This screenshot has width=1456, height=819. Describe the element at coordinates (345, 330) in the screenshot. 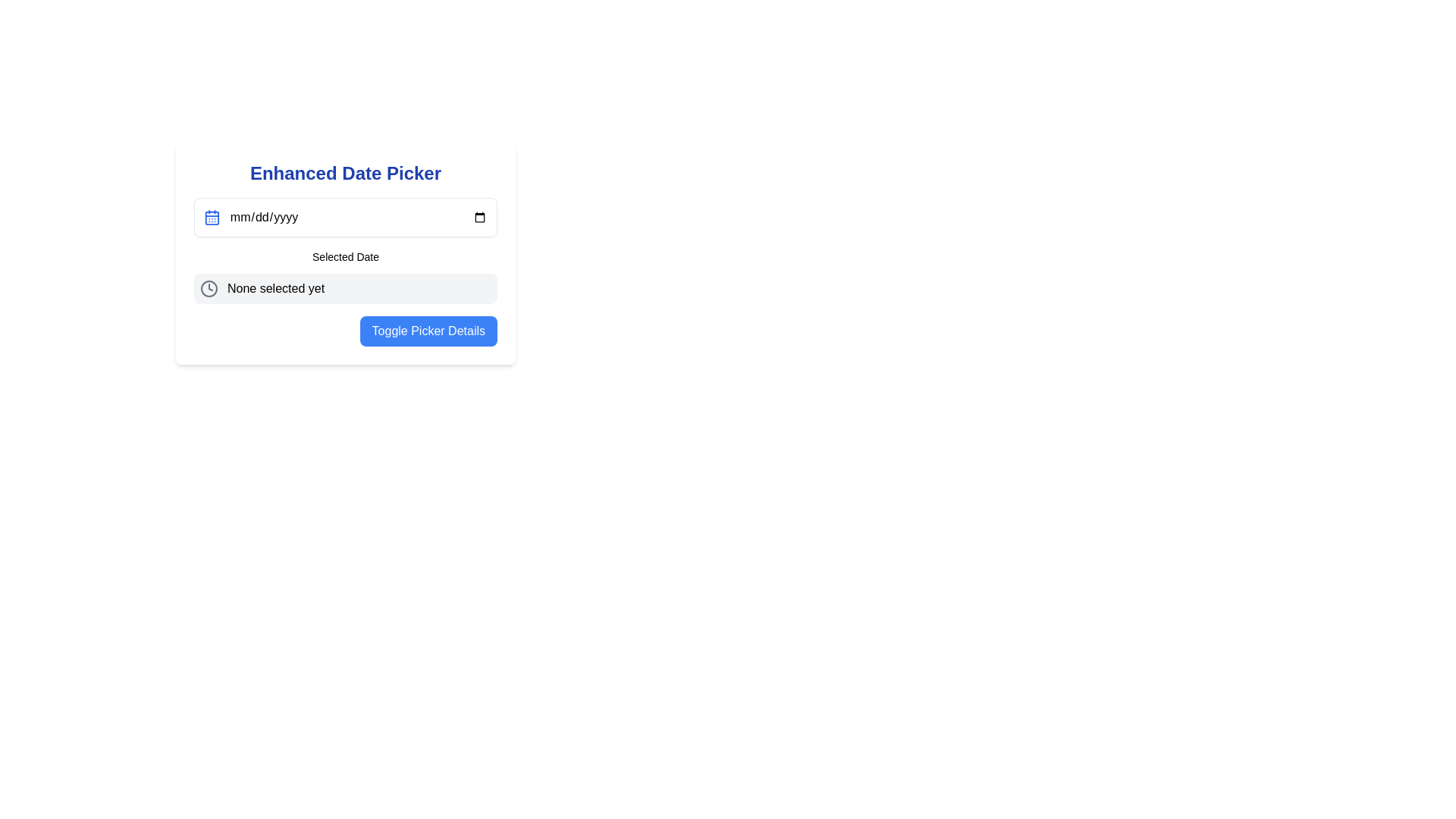

I see `the button located at the bottom-right of the 'Enhanced Date Picker' card` at that location.